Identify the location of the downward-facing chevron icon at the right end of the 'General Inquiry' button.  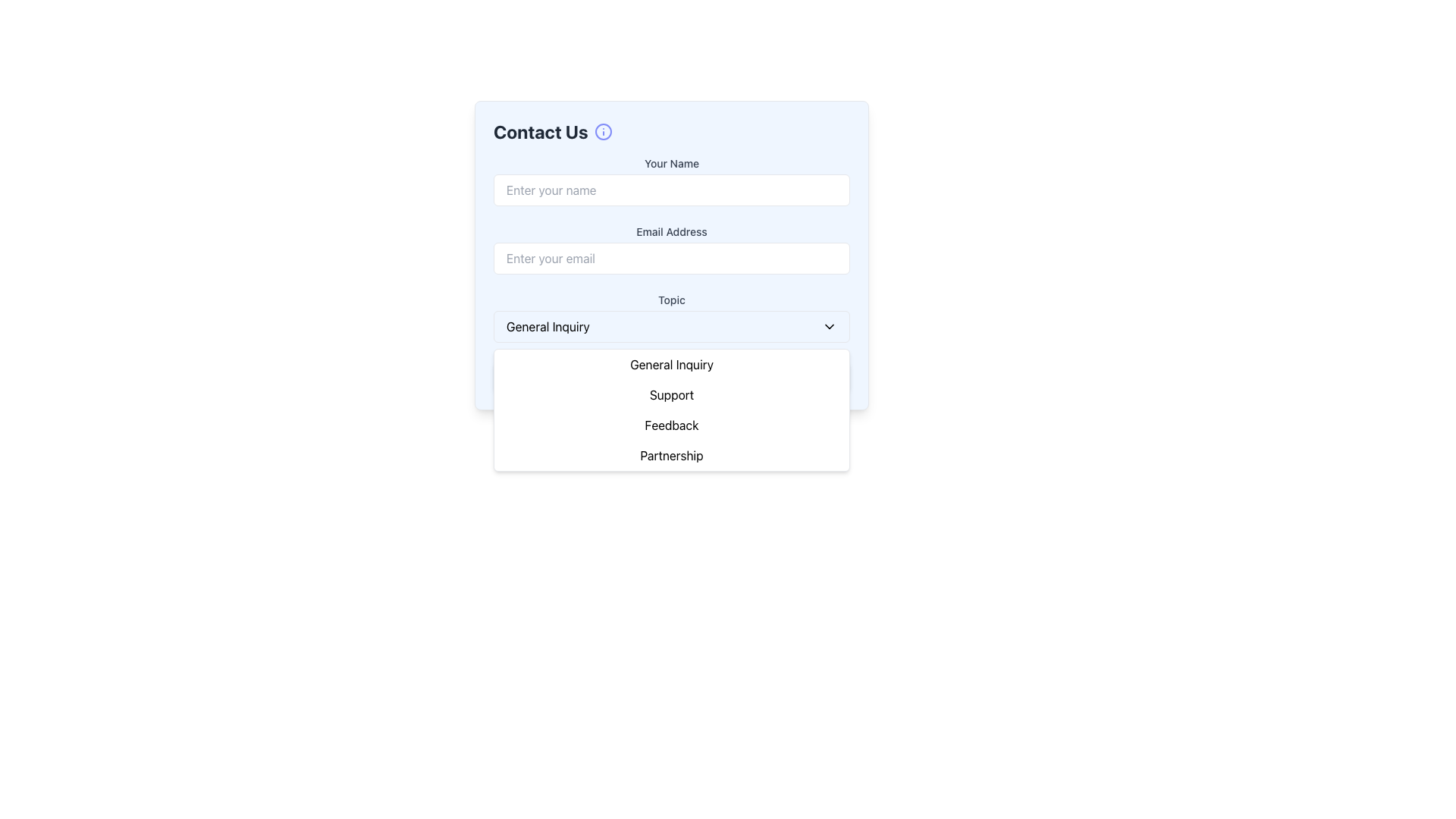
(829, 326).